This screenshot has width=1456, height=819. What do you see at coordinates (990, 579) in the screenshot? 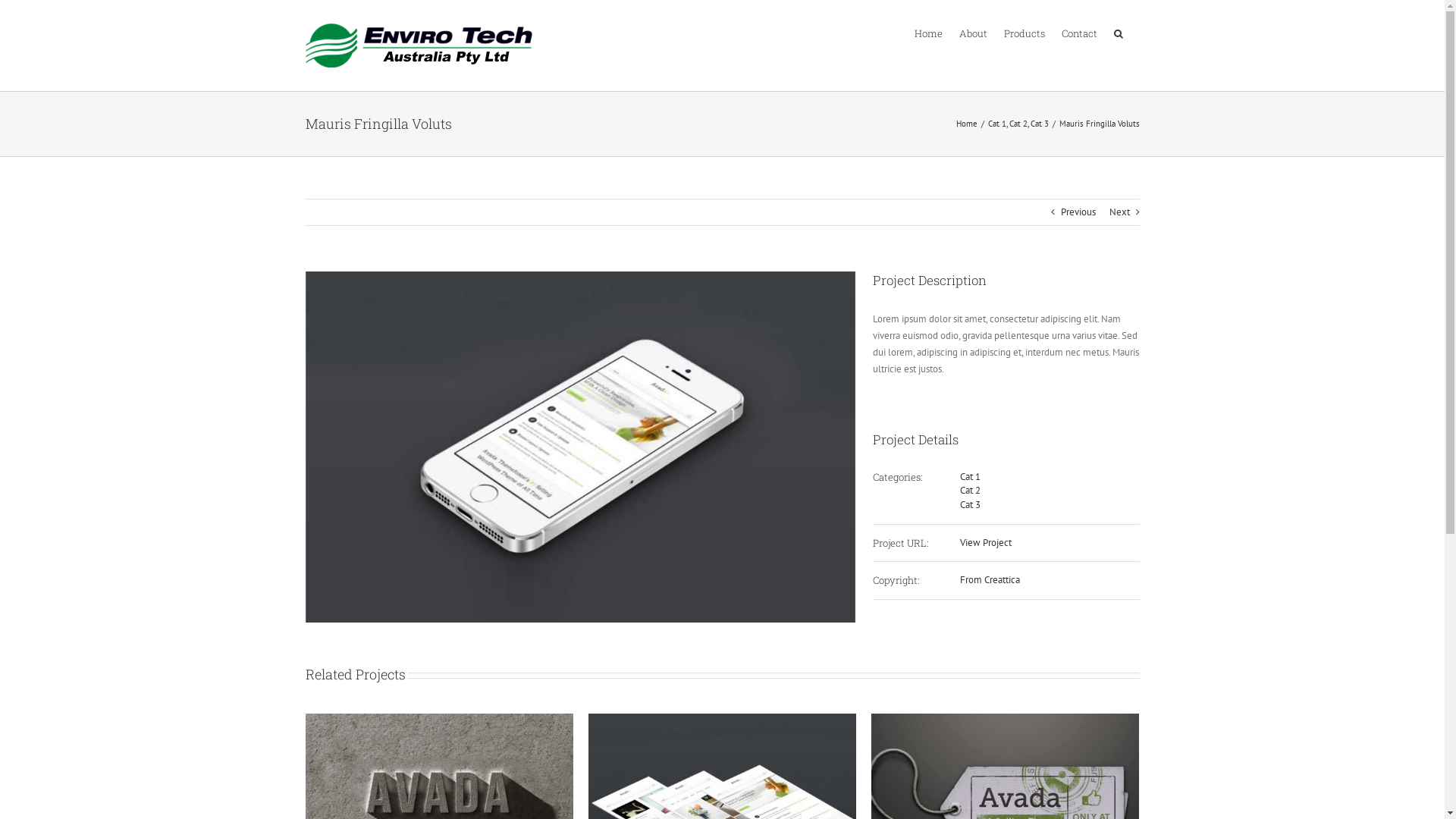
I see `'From Creattica'` at bounding box center [990, 579].